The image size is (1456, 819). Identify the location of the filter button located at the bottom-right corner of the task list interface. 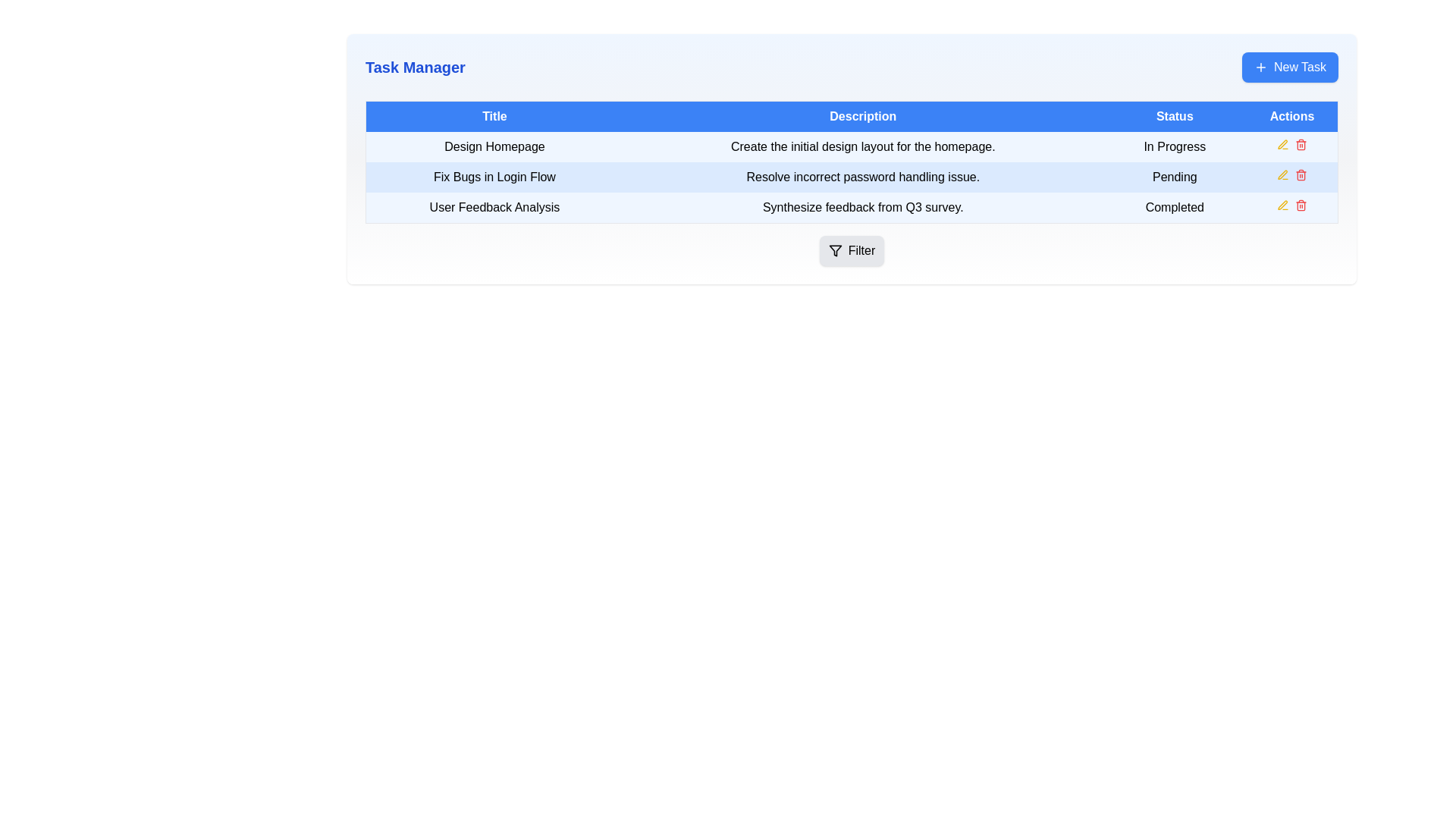
(852, 250).